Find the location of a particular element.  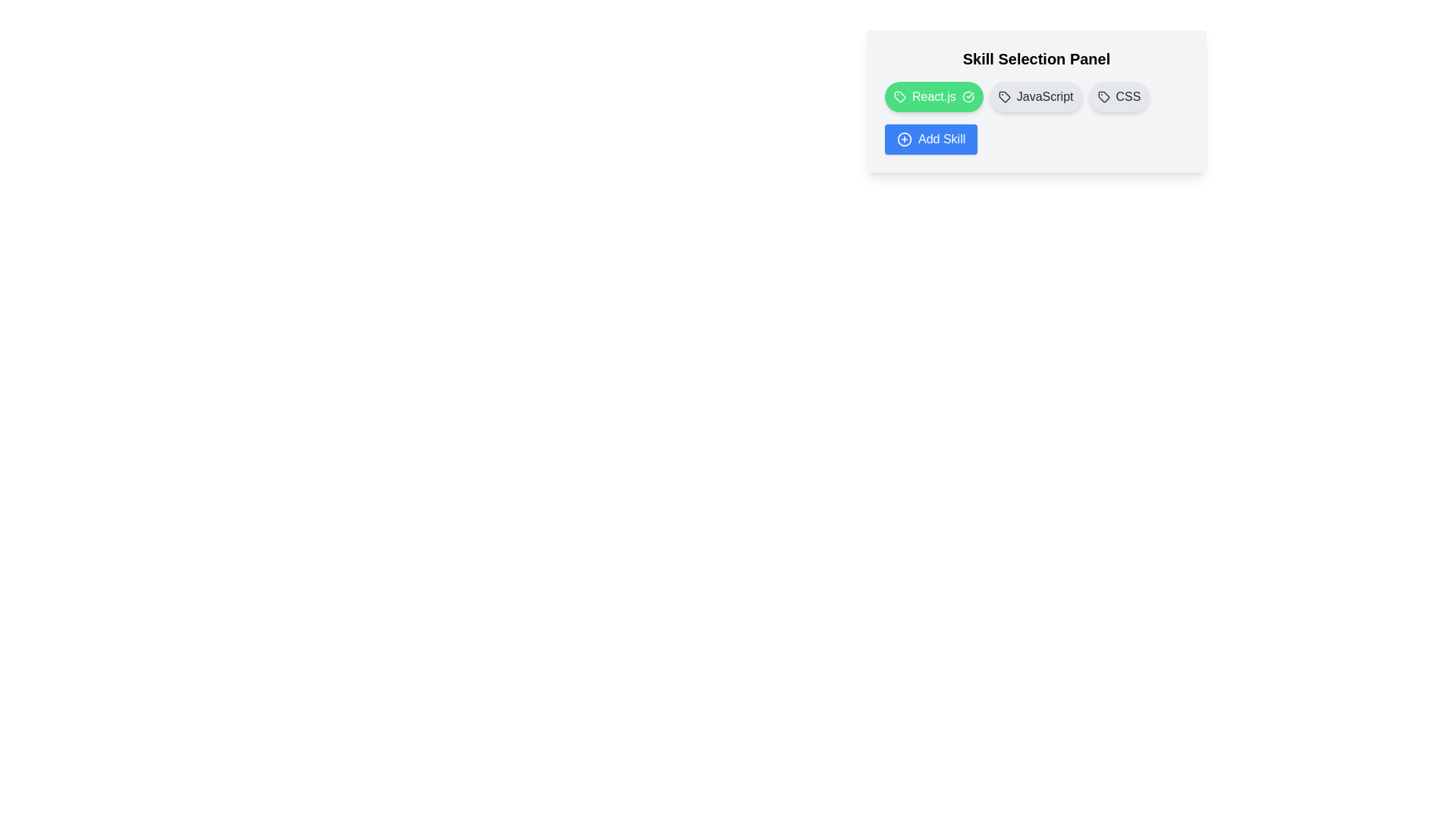

the skill tag labeled 'CSS' which is the third tag in the Skill Selection Panel, located immediately to the right of the 'JavaScript' tag is located at coordinates (1119, 96).